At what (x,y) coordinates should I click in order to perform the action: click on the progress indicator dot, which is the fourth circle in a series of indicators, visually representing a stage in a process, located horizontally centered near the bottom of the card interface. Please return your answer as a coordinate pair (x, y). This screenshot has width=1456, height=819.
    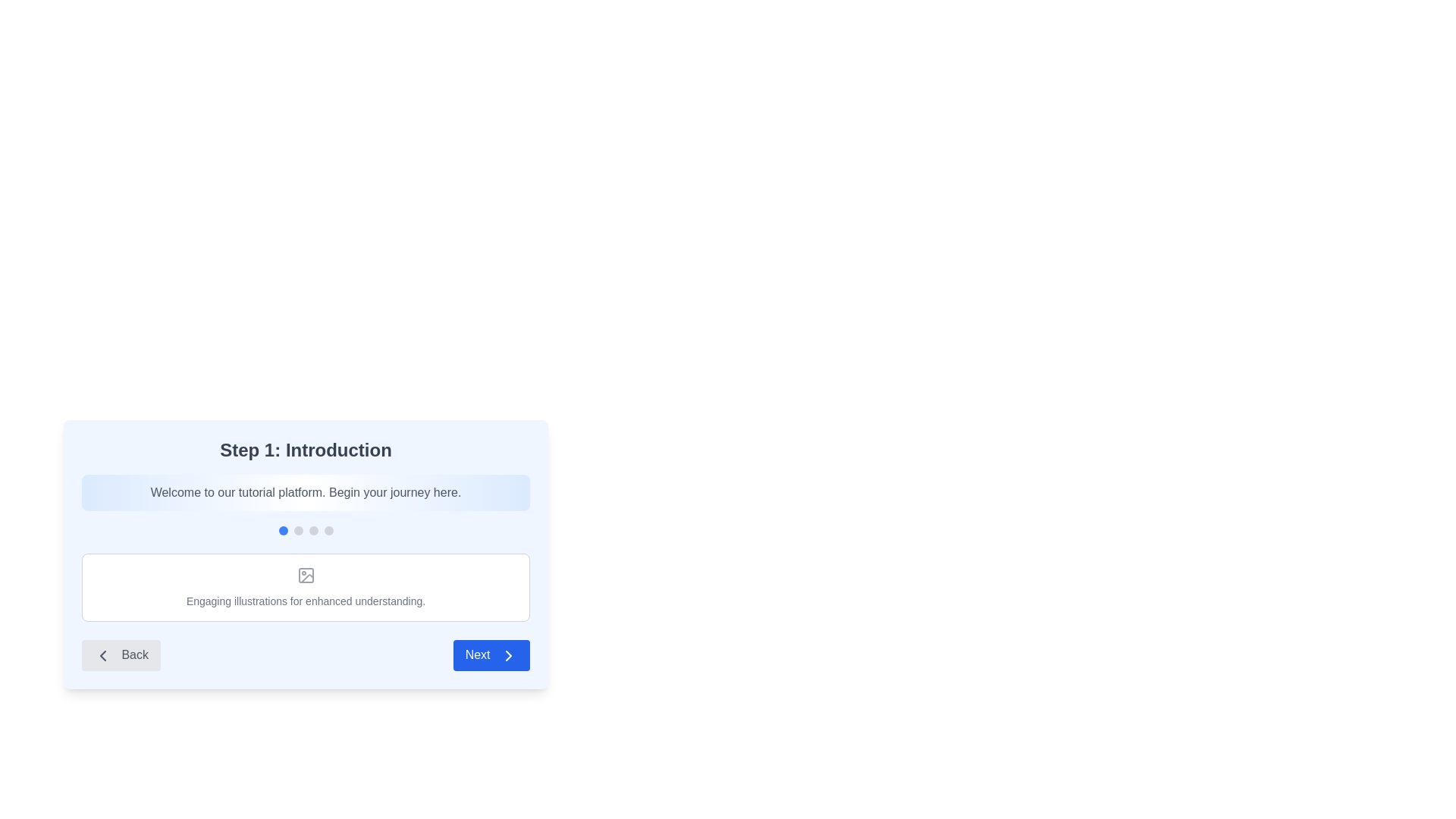
    Looking at the image, I should click on (328, 529).